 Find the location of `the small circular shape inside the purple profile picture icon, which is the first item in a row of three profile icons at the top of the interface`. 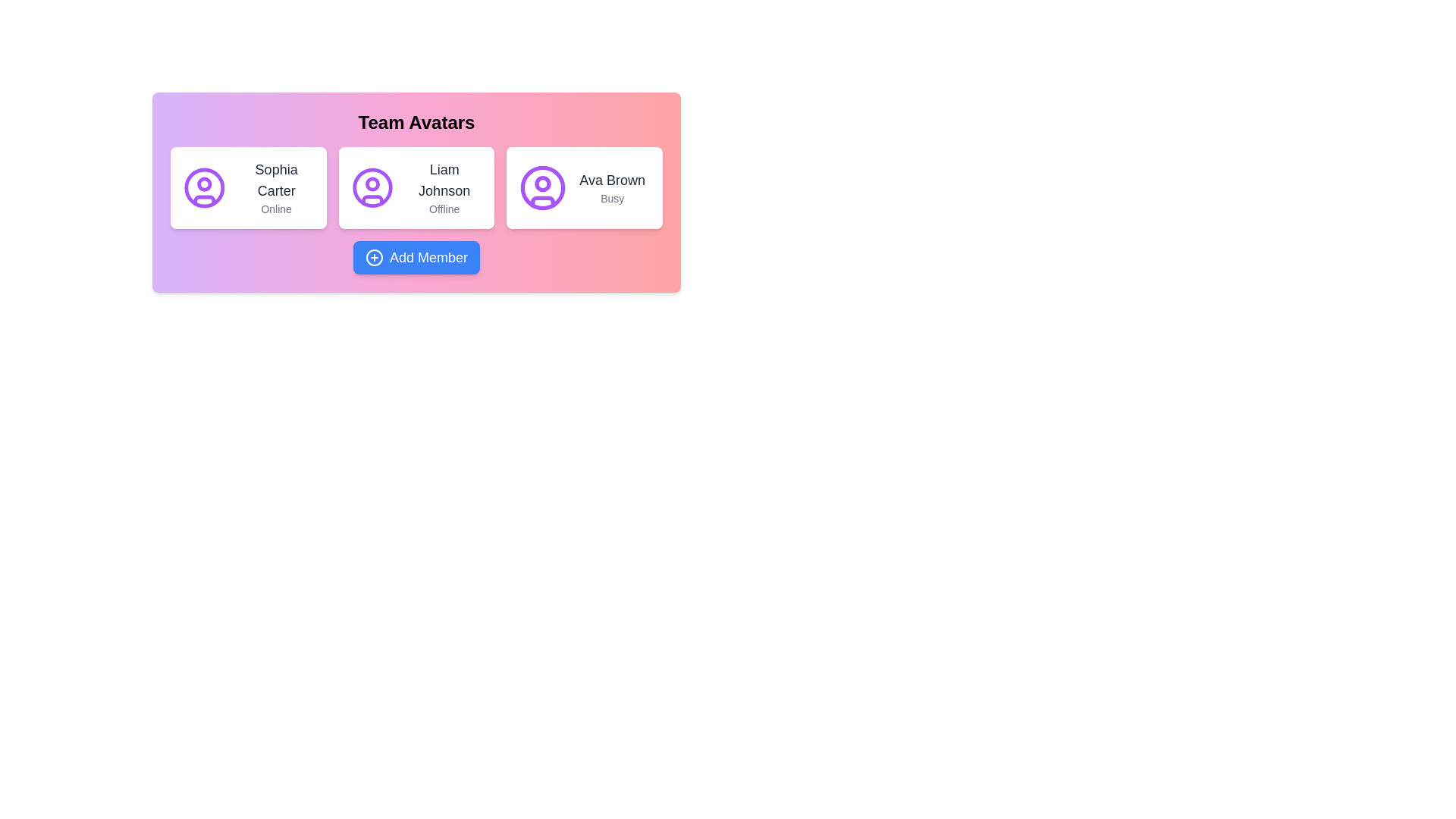

the small circular shape inside the purple profile picture icon, which is the first item in a row of three profile icons at the top of the interface is located at coordinates (203, 184).